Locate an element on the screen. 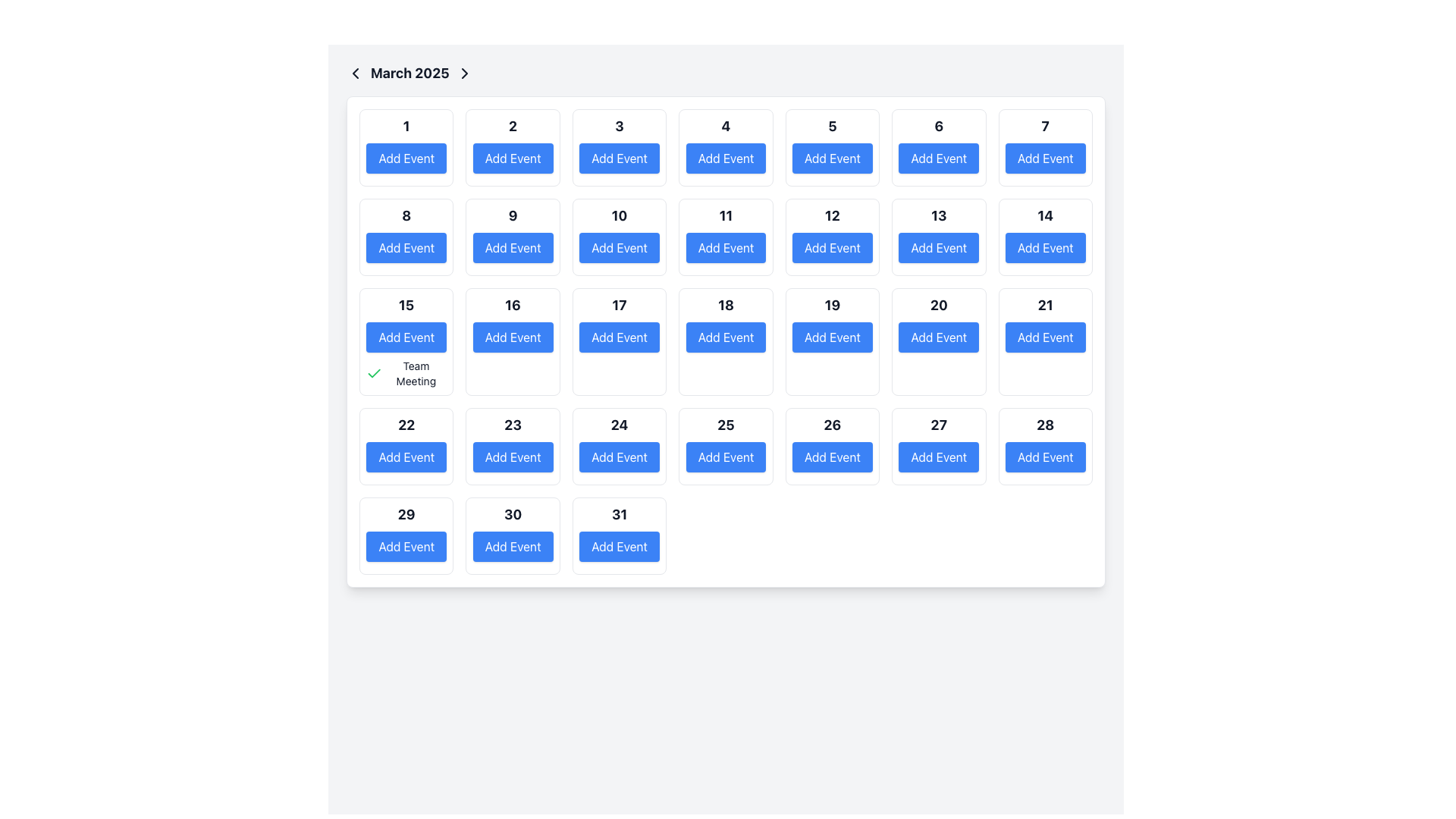 The width and height of the screenshot is (1456, 819). the Calendar Day Cell representing the day number '19' is located at coordinates (831, 342).